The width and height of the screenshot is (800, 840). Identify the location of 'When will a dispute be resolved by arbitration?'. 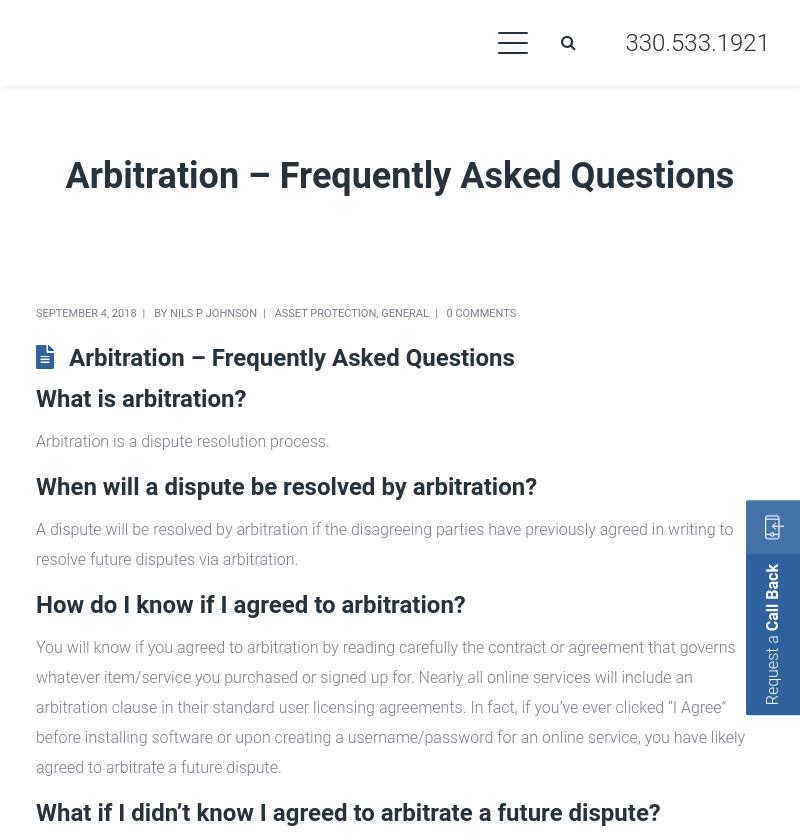
(286, 487).